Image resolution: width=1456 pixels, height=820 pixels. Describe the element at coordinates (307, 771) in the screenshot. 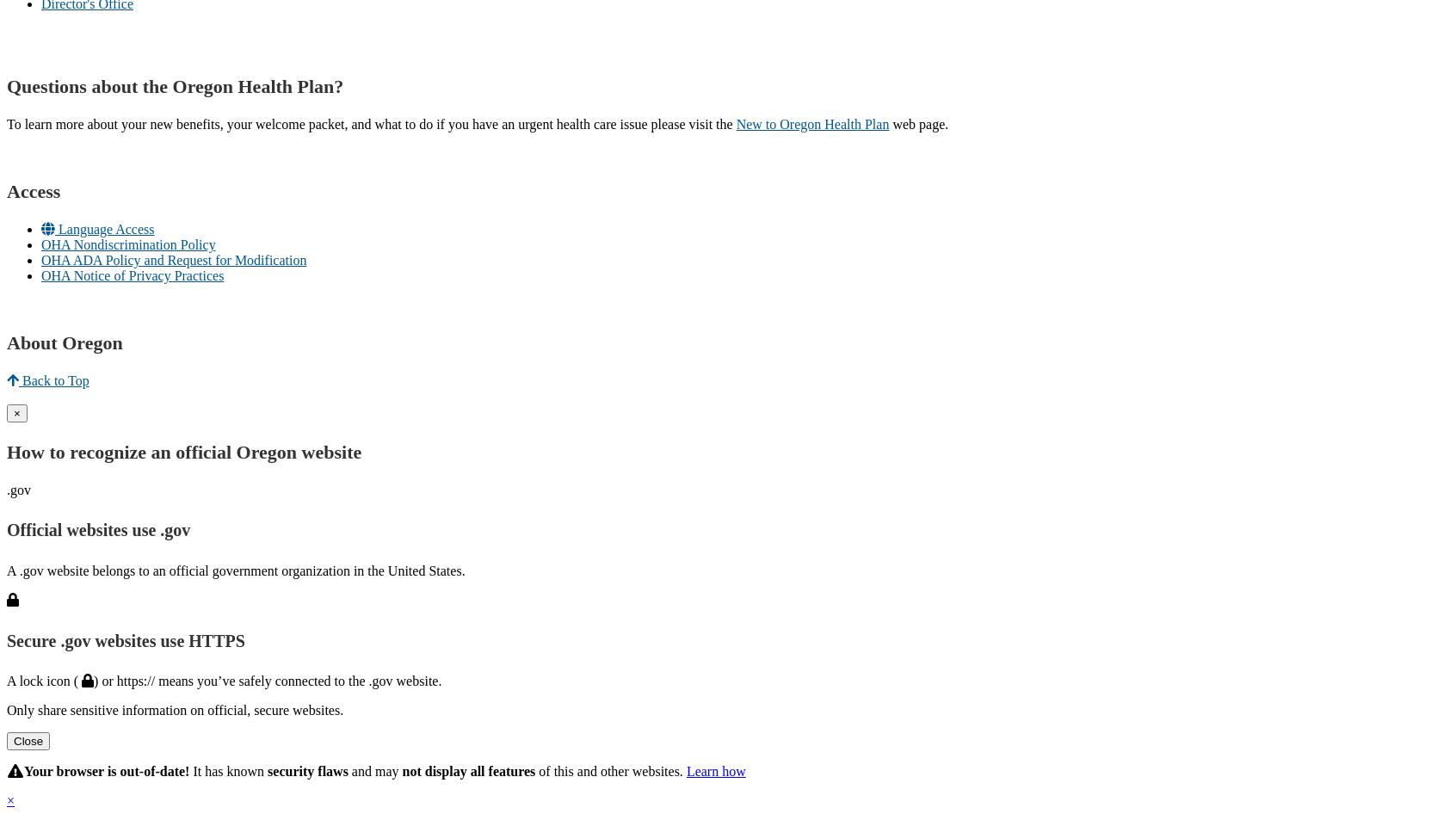

I see `'security flaws'` at that location.